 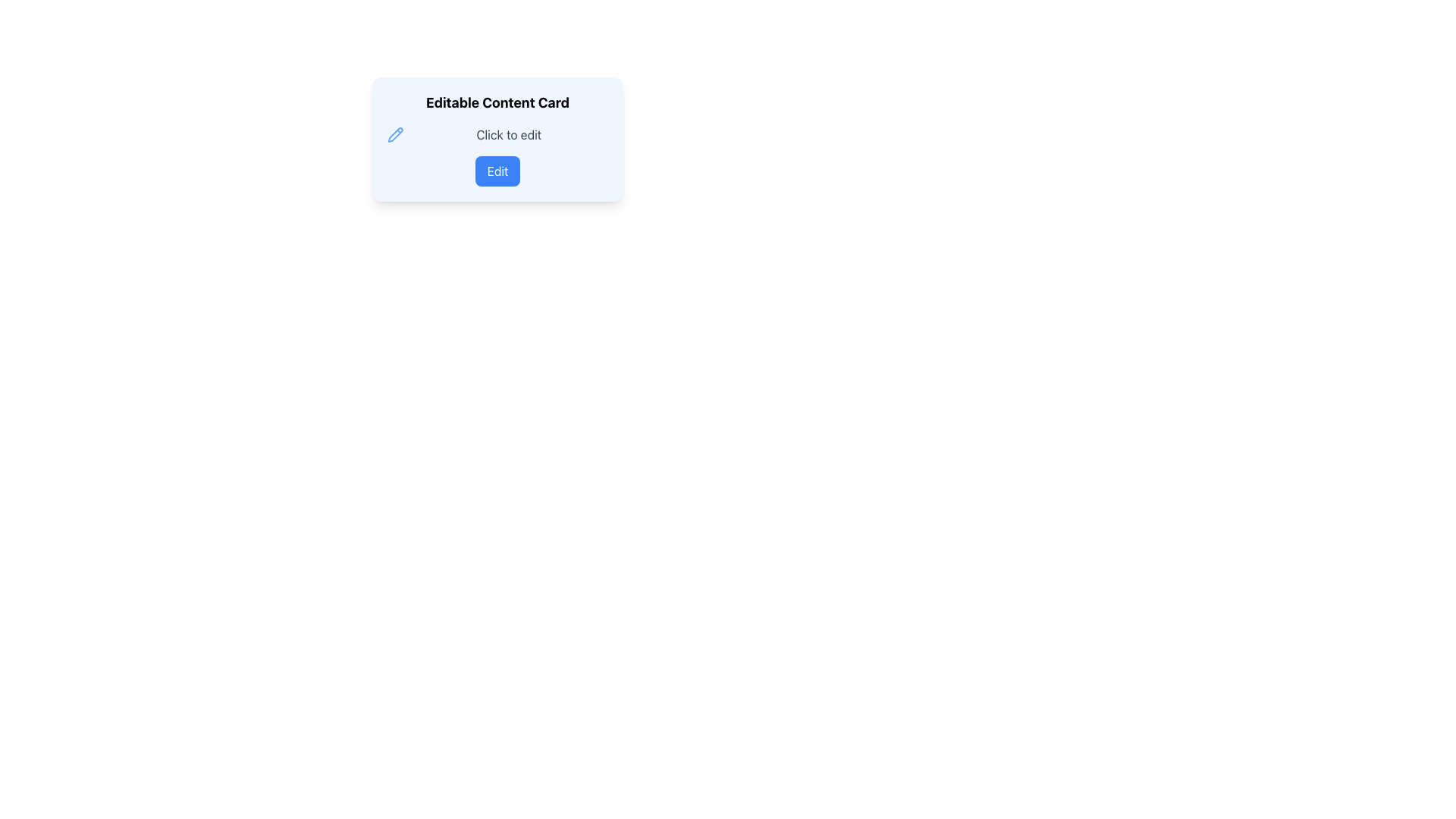 What do you see at coordinates (497, 171) in the screenshot?
I see `the editing button located at the bottom of the 'Editable Content Card' to trigger visual feedback` at bounding box center [497, 171].